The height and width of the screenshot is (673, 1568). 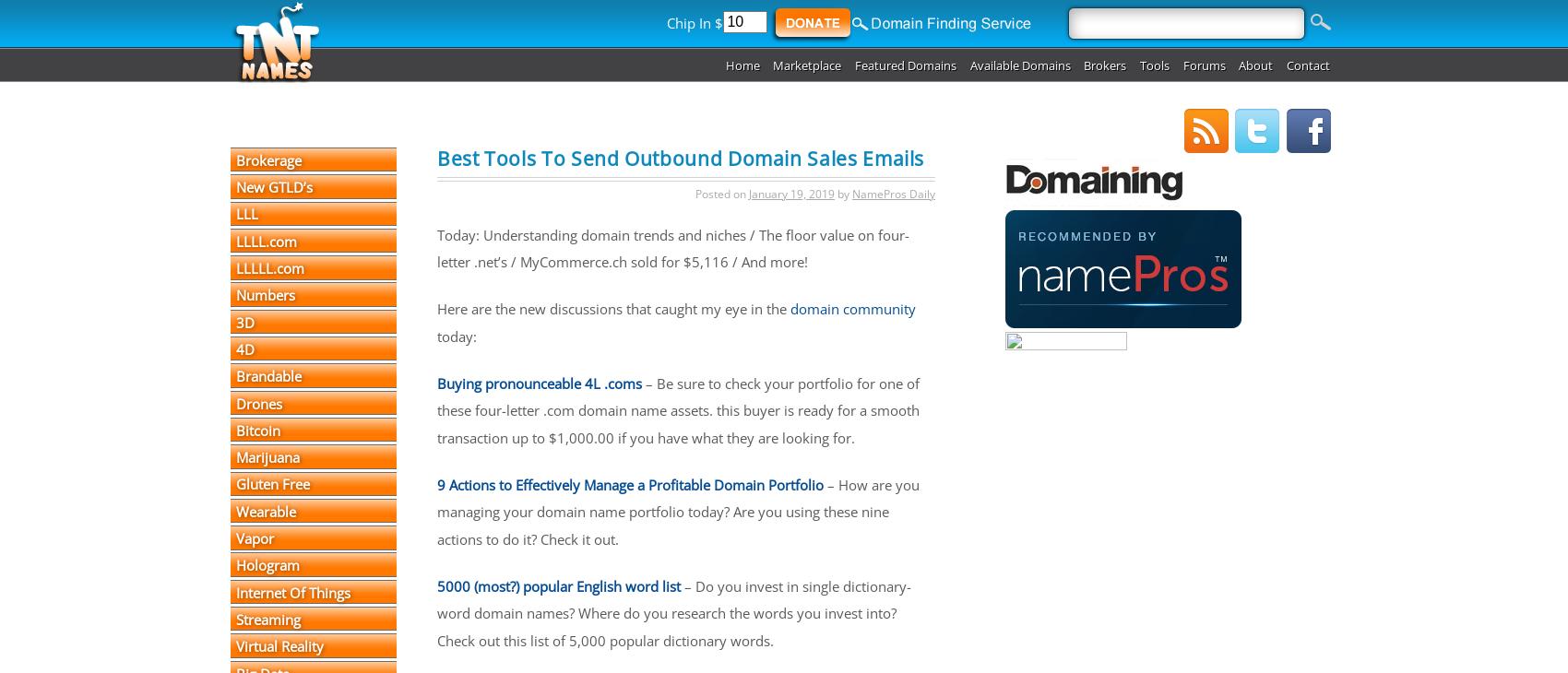 What do you see at coordinates (1255, 64) in the screenshot?
I see `'About'` at bounding box center [1255, 64].